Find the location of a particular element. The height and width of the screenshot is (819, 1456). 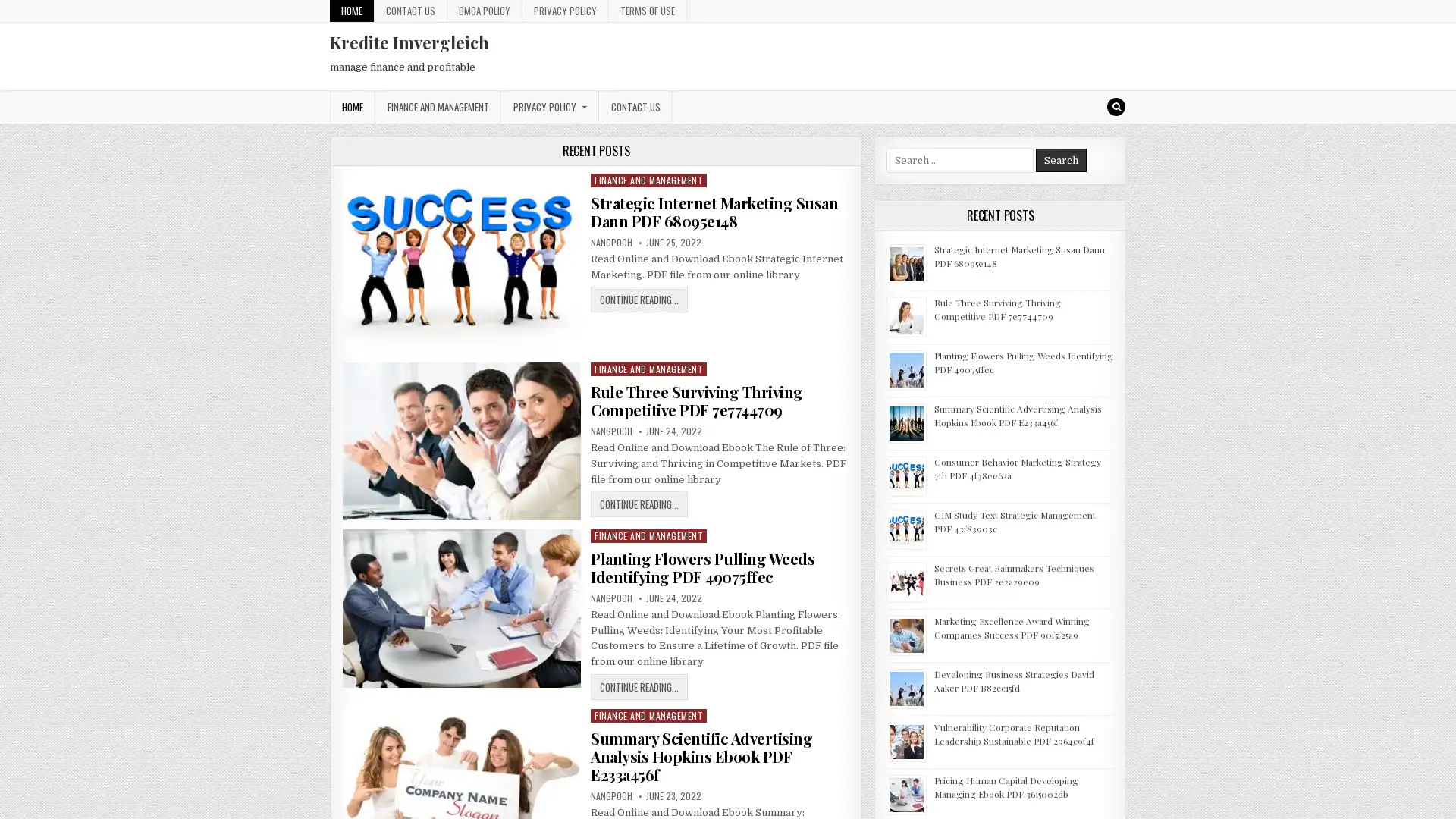

Search is located at coordinates (1060, 160).